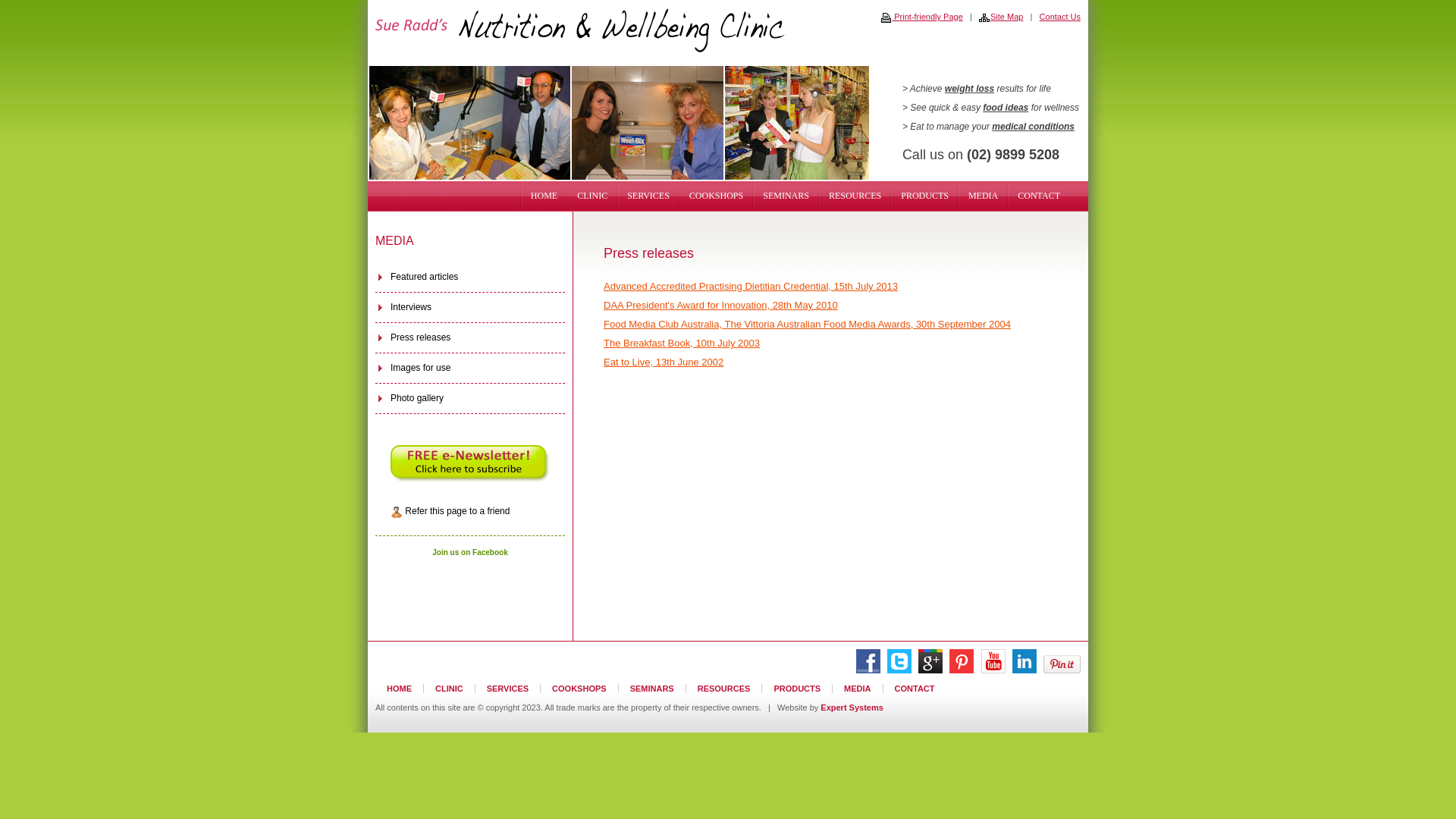 This screenshot has width=1456, height=819. What do you see at coordinates (1032, 125) in the screenshot?
I see `'medical conditions'` at bounding box center [1032, 125].